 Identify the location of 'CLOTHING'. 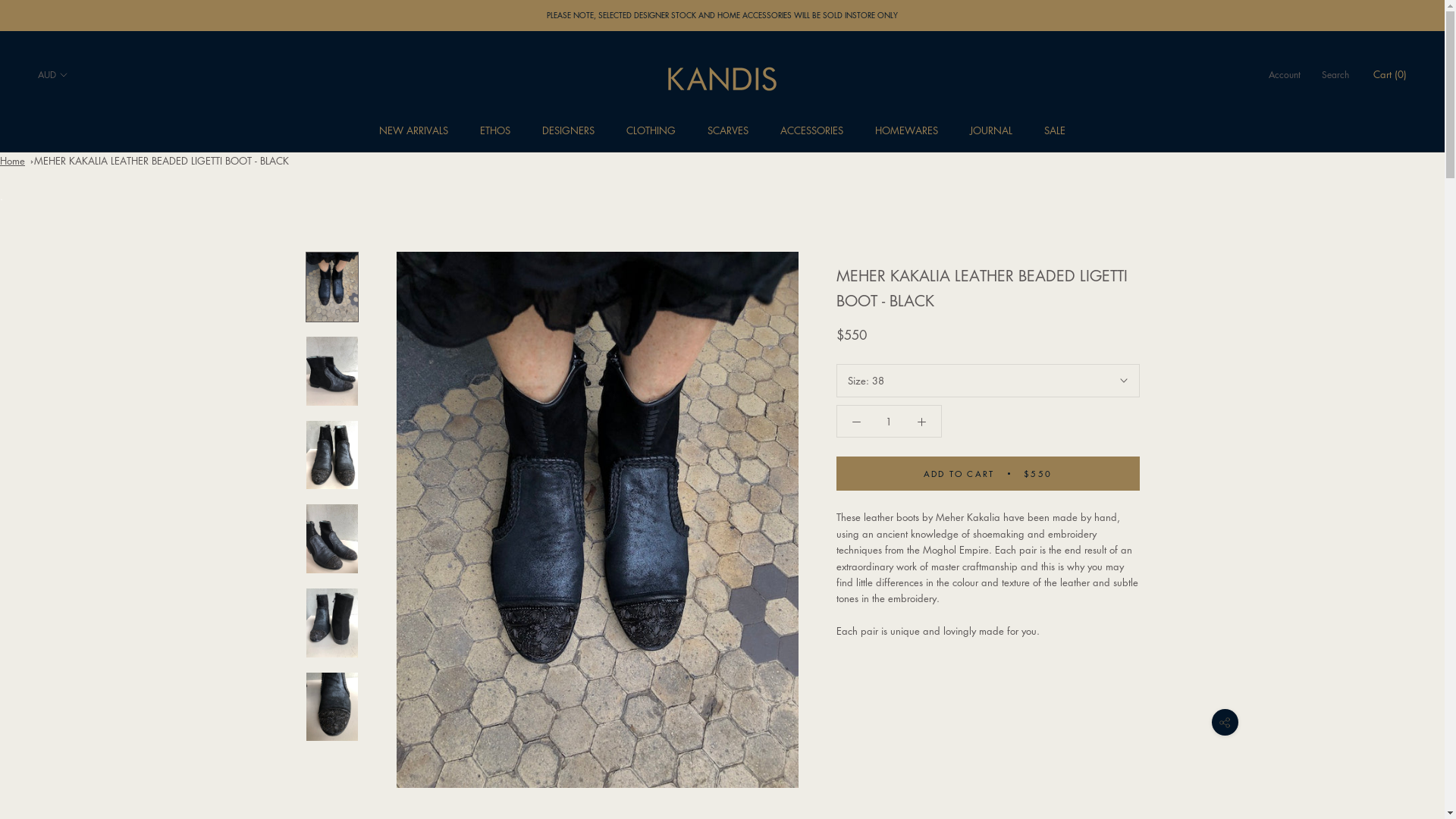
(651, 129).